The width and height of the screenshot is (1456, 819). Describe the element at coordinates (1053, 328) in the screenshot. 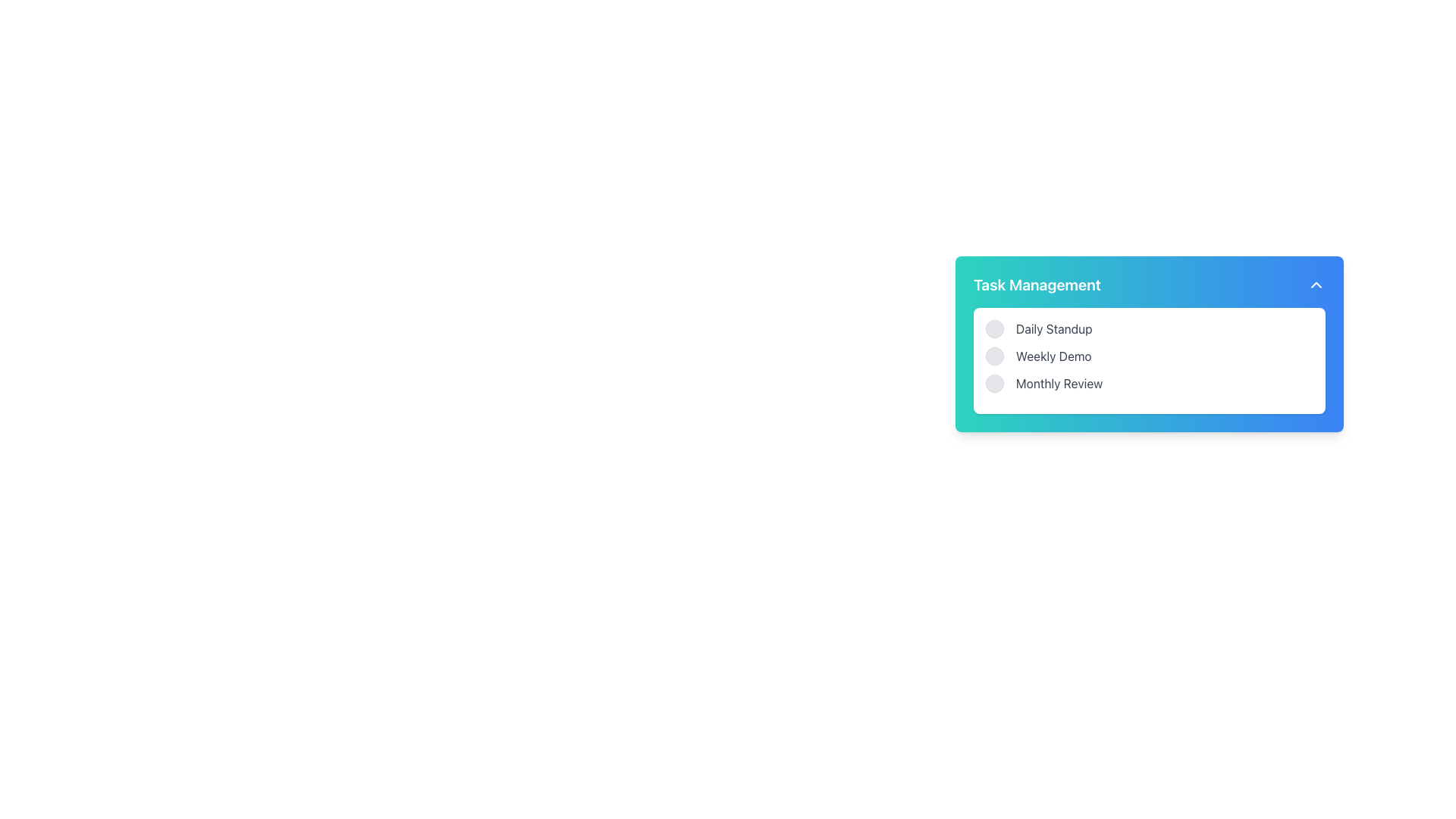

I see `the 'Daily Standup' text label, which is styled in gray and located in the first row of the 'Task Management' list, to the right of a circular icon` at that location.